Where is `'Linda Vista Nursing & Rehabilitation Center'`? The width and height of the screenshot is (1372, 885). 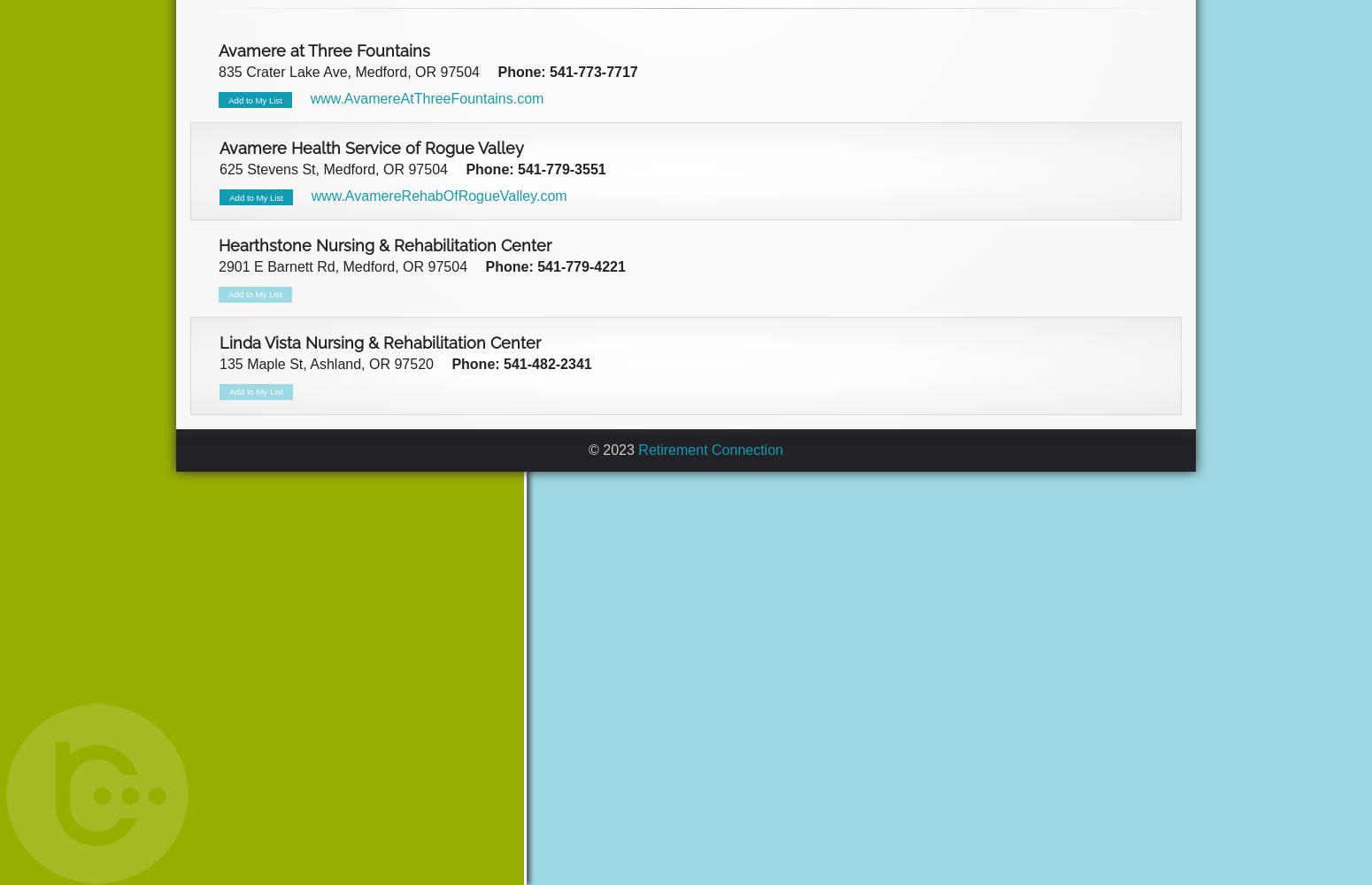
'Linda Vista Nursing & Rehabilitation Center' is located at coordinates (380, 342).